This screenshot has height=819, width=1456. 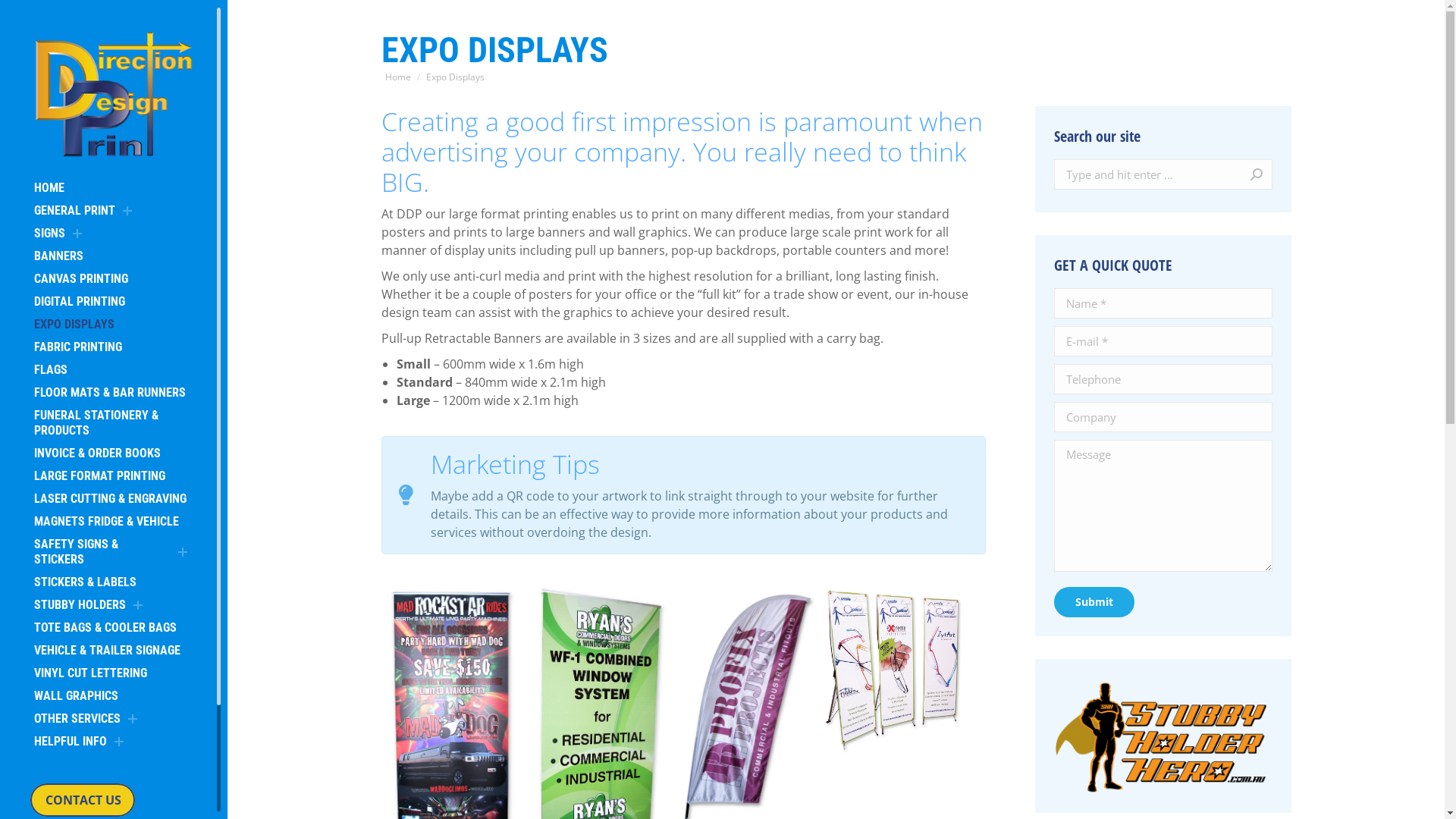 What do you see at coordinates (385, 77) in the screenshot?
I see `'Home'` at bounding box center [385, 77].